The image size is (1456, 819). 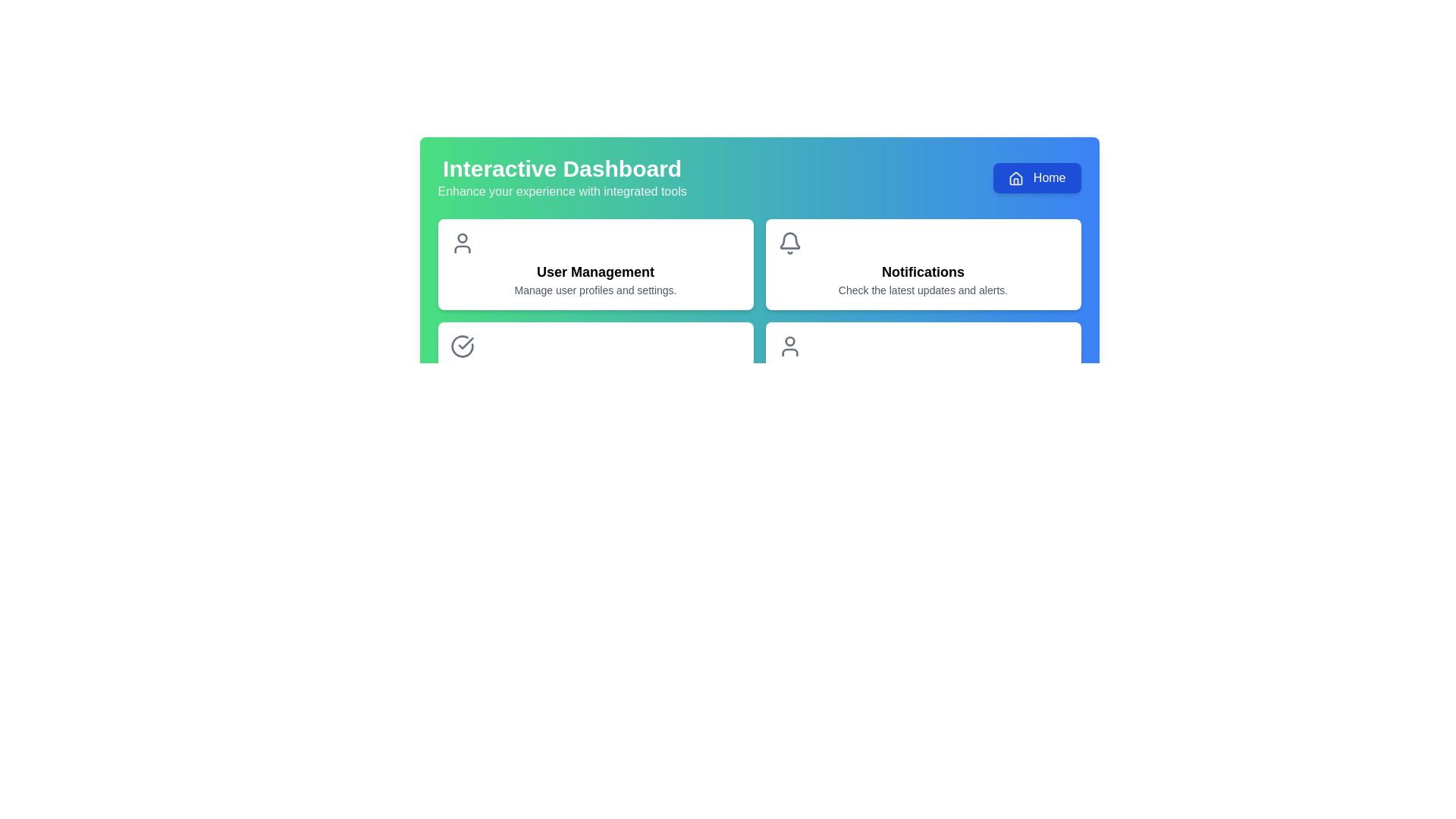 I want to click on the graphical representation of the user's head, which is a circular SVG component located centrally within the user icon group, so click(x=789, y=341).